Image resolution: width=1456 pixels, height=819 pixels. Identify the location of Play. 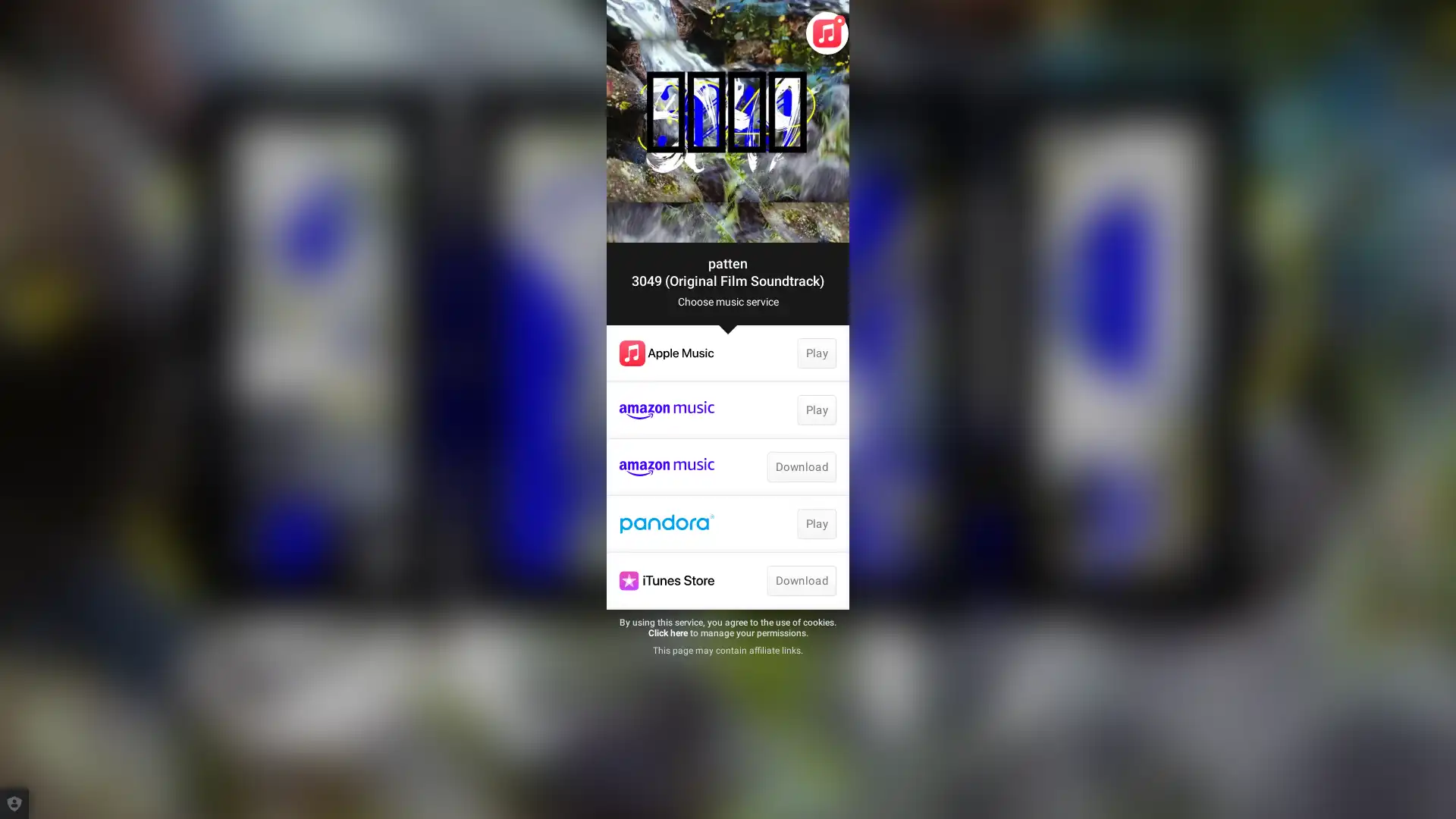
(815, 409).